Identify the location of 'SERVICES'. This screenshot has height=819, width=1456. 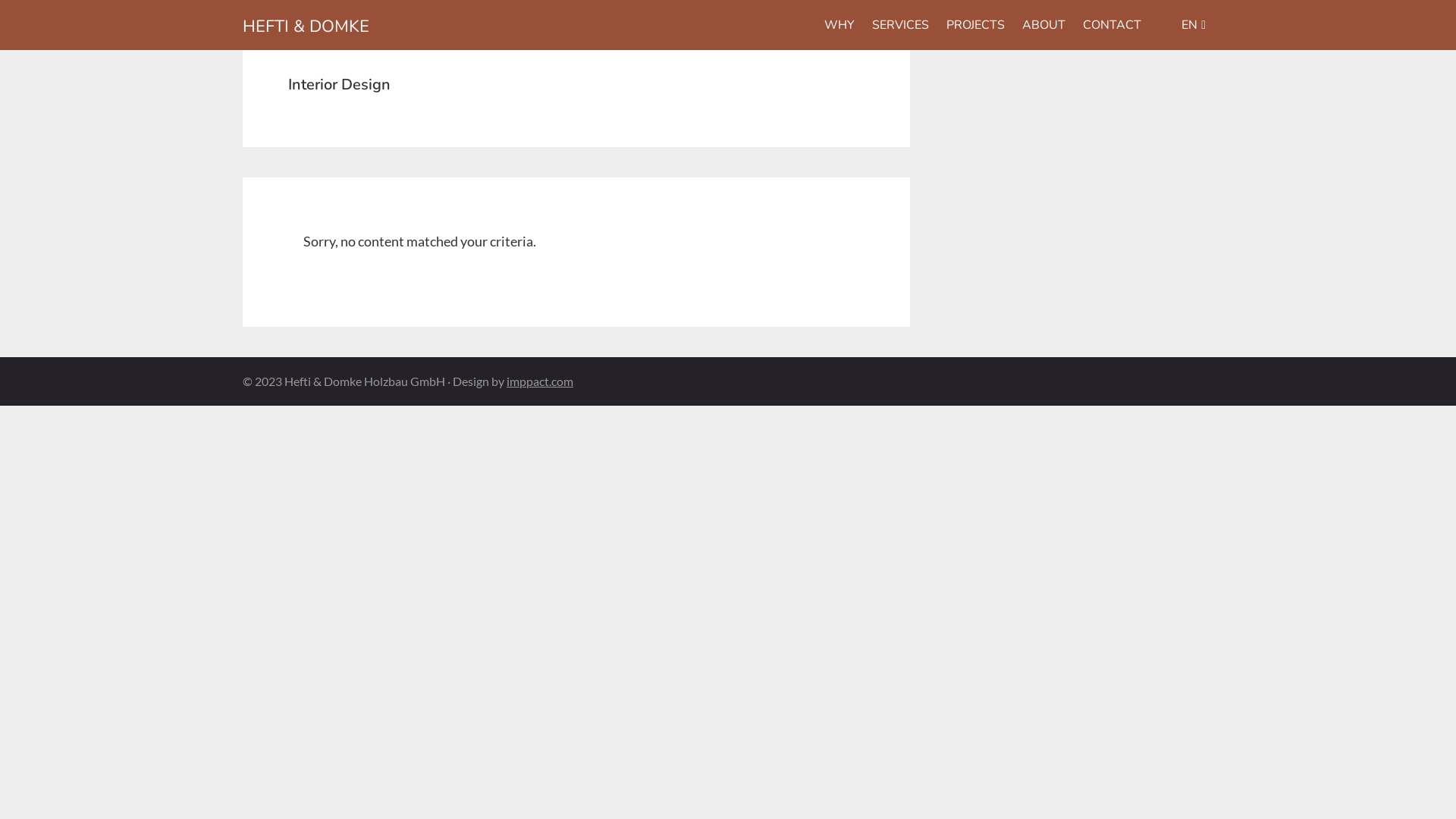
(900, 25).